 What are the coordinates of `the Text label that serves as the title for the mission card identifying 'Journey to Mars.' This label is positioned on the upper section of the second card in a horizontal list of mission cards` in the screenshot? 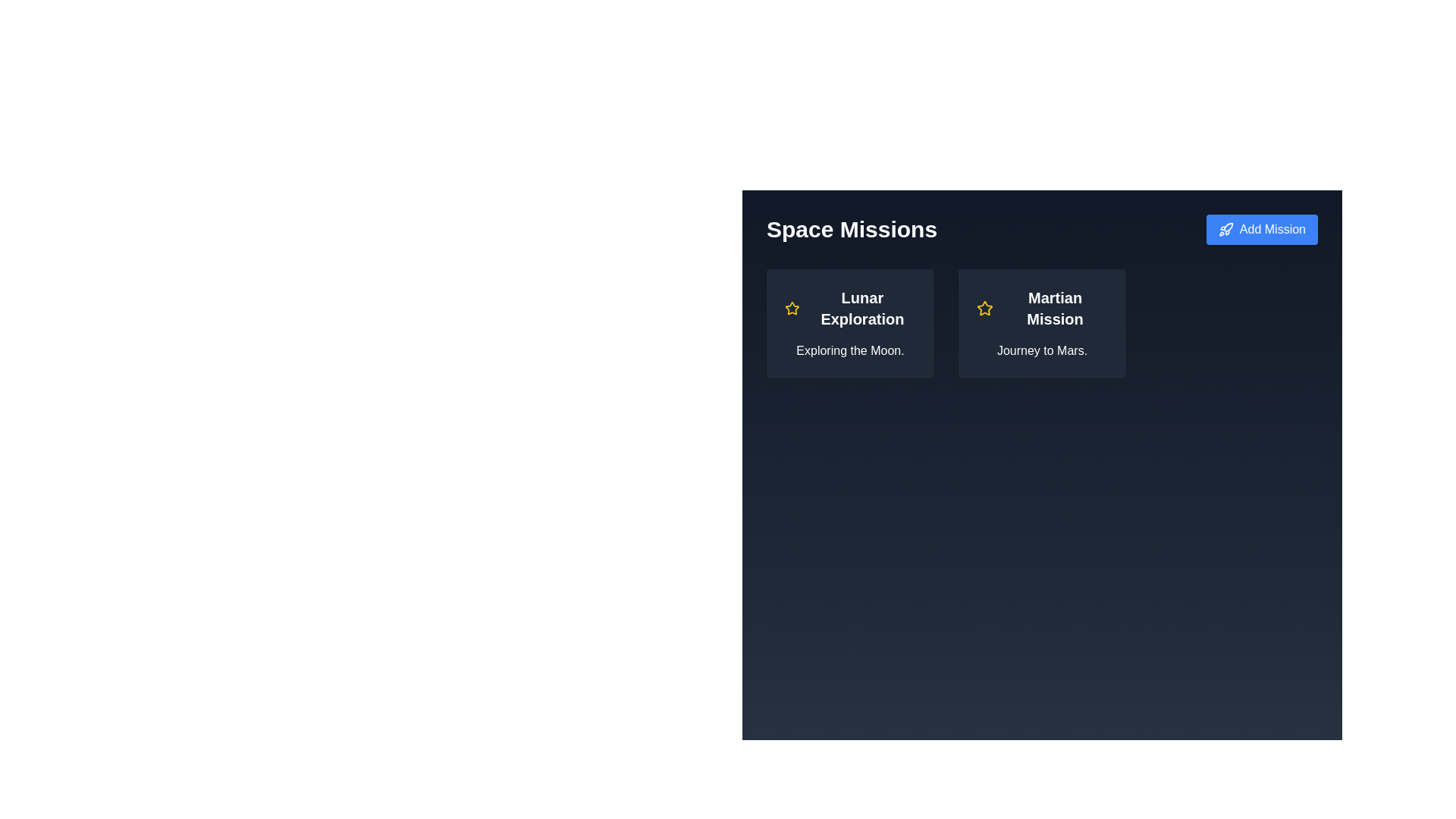 It's located at (1041, 308).